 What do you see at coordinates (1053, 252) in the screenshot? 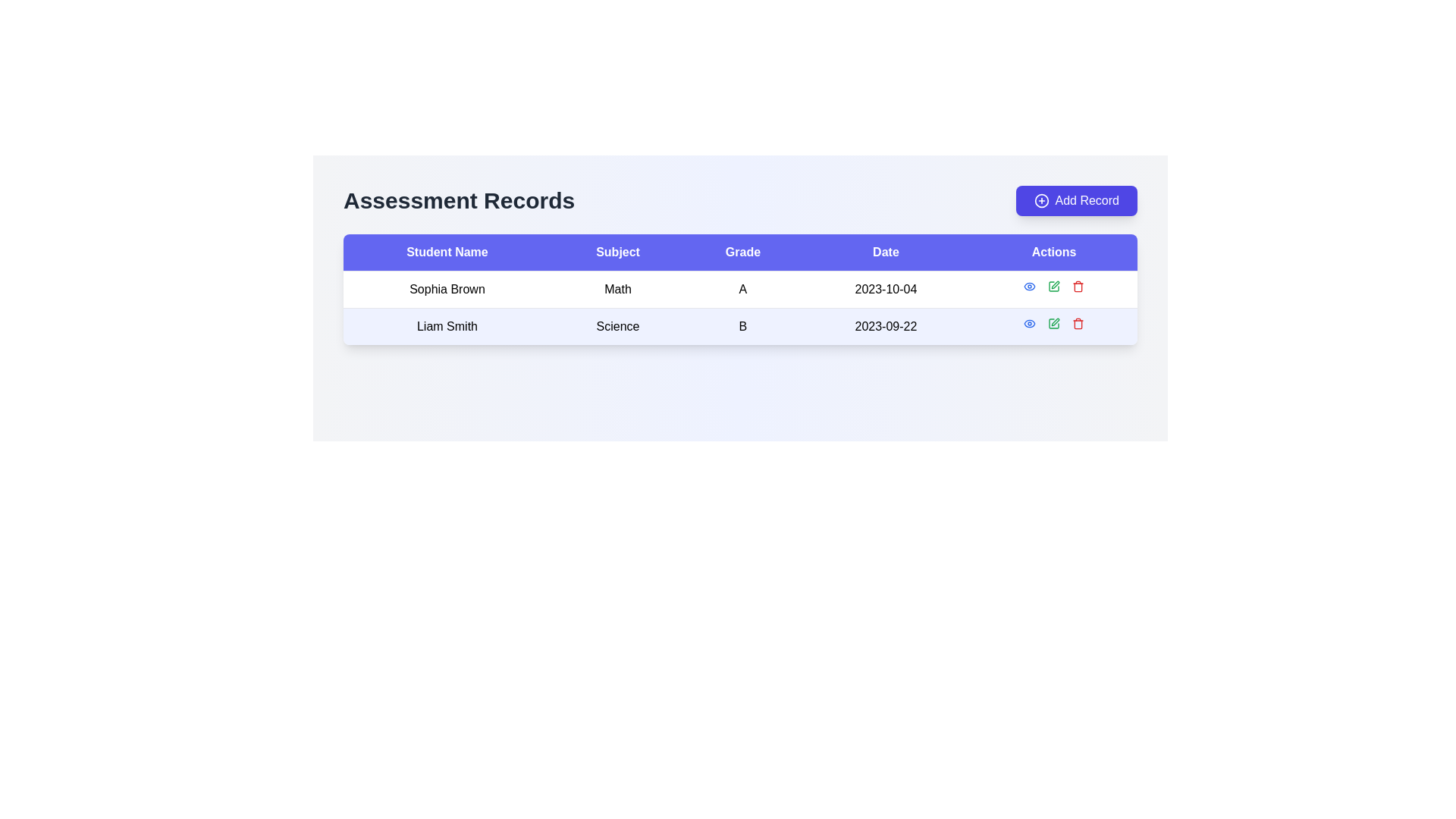
I see `the 'Actions' label, which is the last element in the header row of a table, styled with white text on a purple background` at bounding box center [1053, 252].